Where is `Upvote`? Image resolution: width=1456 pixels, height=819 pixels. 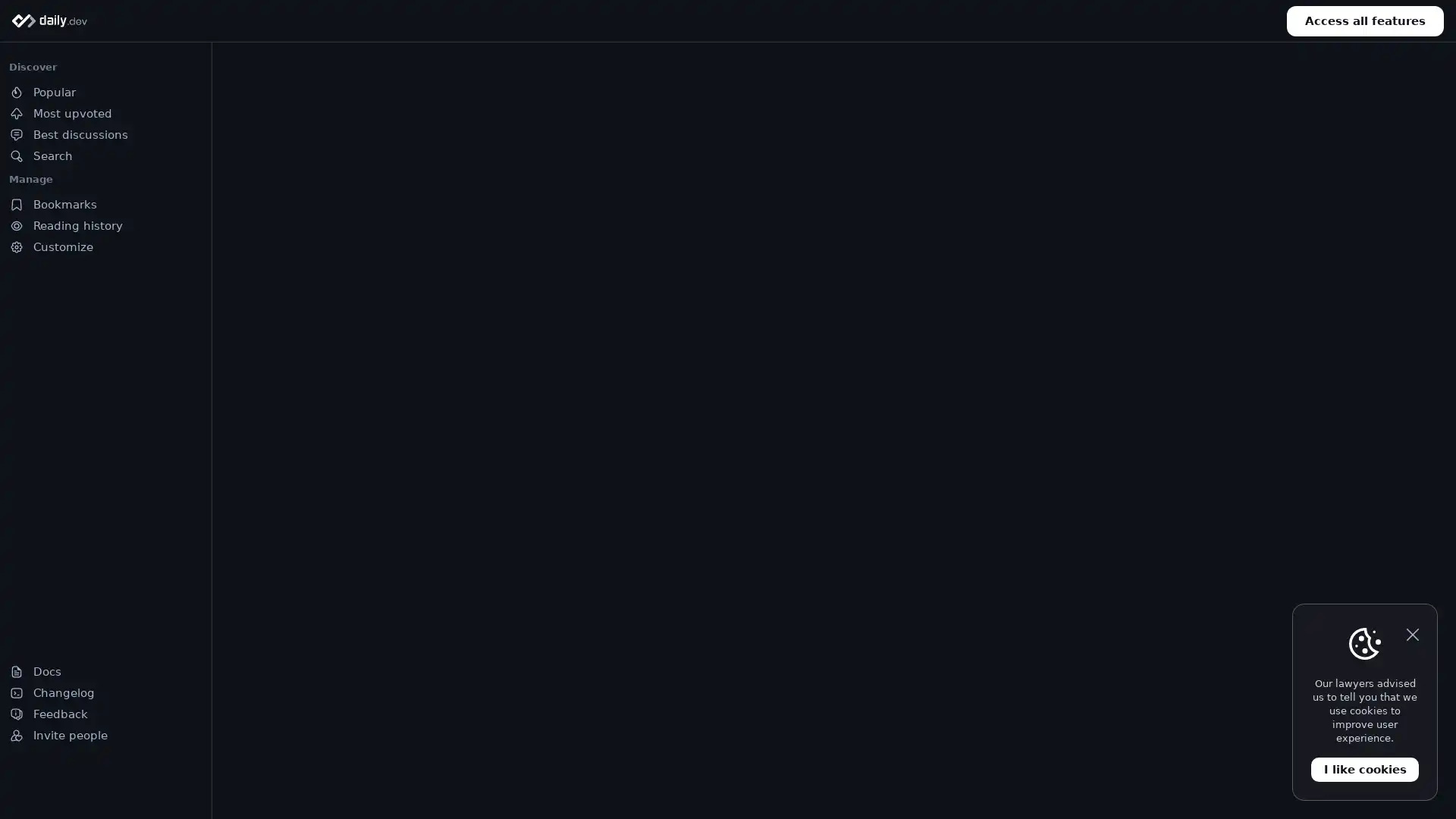 Upvote is located at coordinates (345, 739).